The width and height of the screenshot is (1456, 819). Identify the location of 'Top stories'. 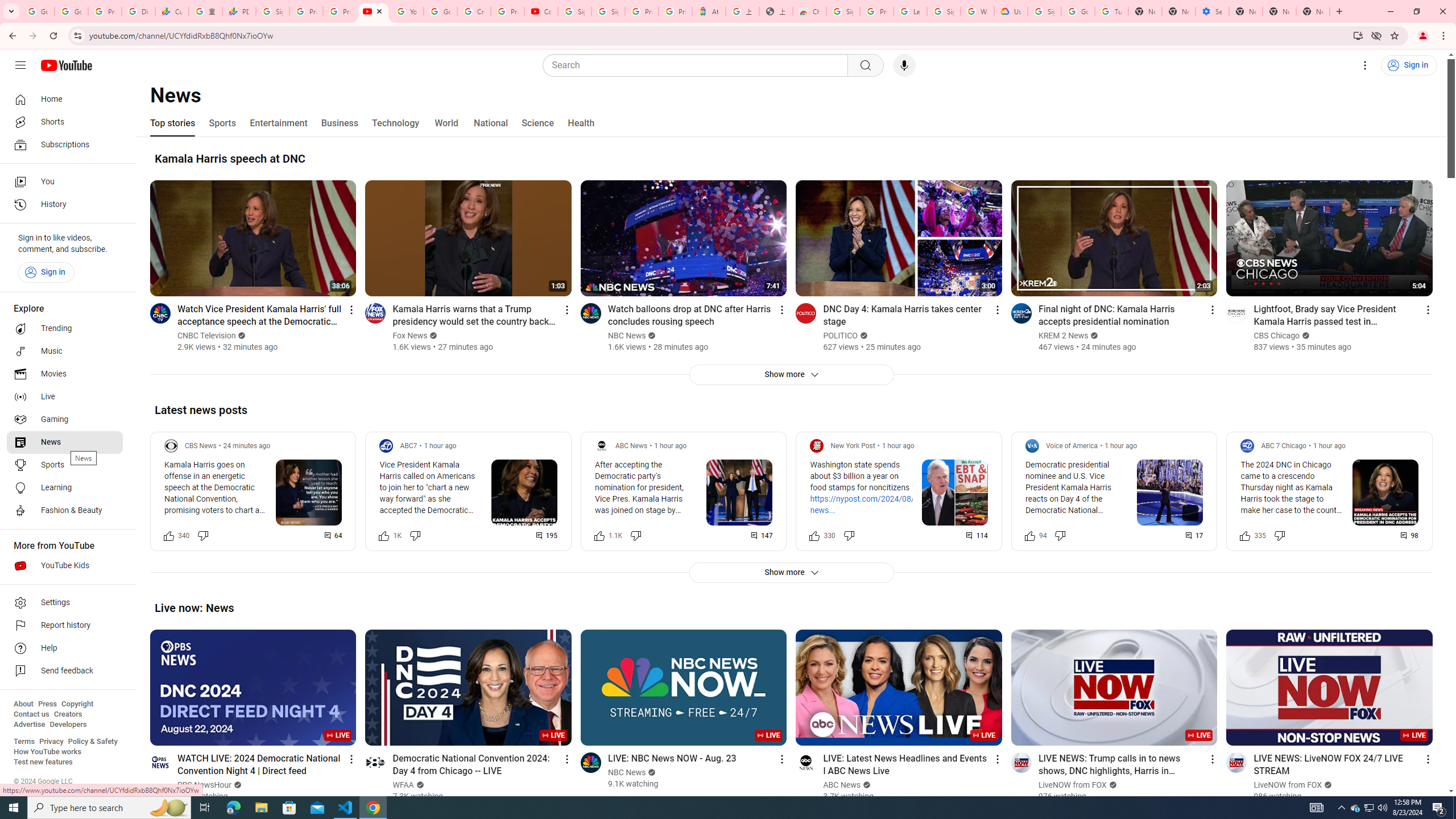
(172, 122).